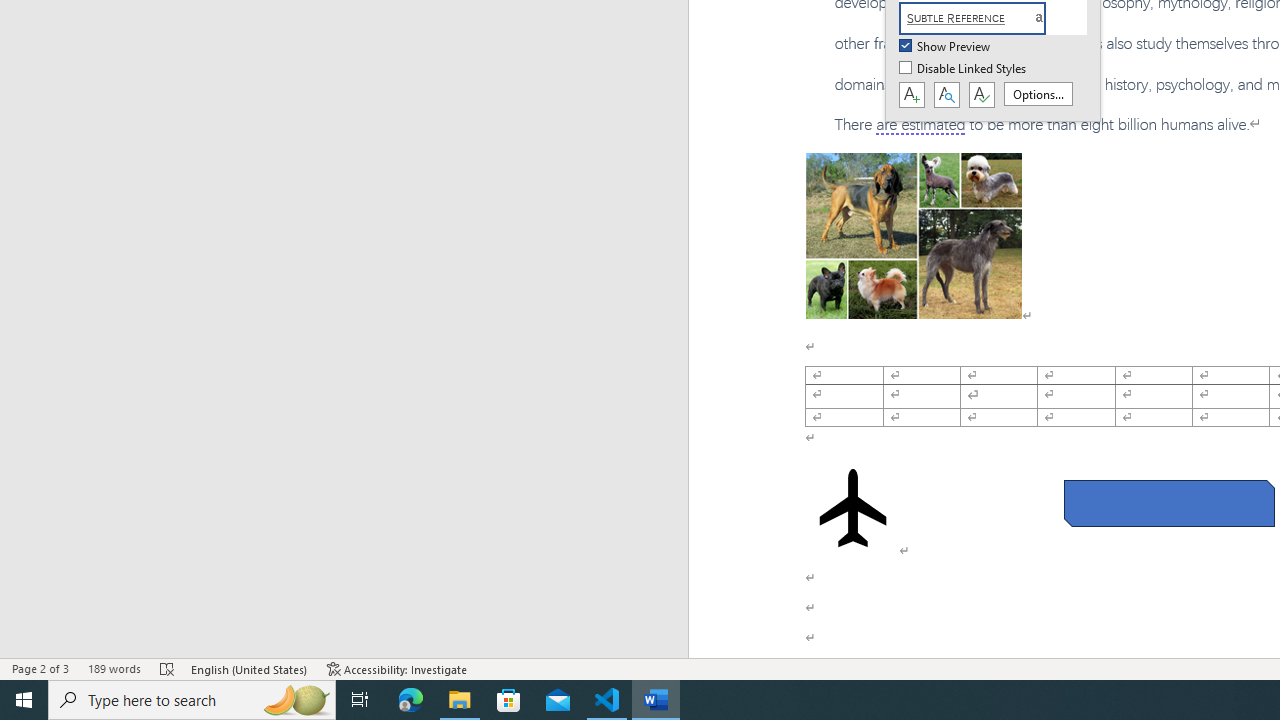 Image resolution: width=1280 pixels, height=720 pixels. What do you see at coordinates (945, 46) in the screenshot?
I see `'Show Preview'` at bounding box center [945, 46].